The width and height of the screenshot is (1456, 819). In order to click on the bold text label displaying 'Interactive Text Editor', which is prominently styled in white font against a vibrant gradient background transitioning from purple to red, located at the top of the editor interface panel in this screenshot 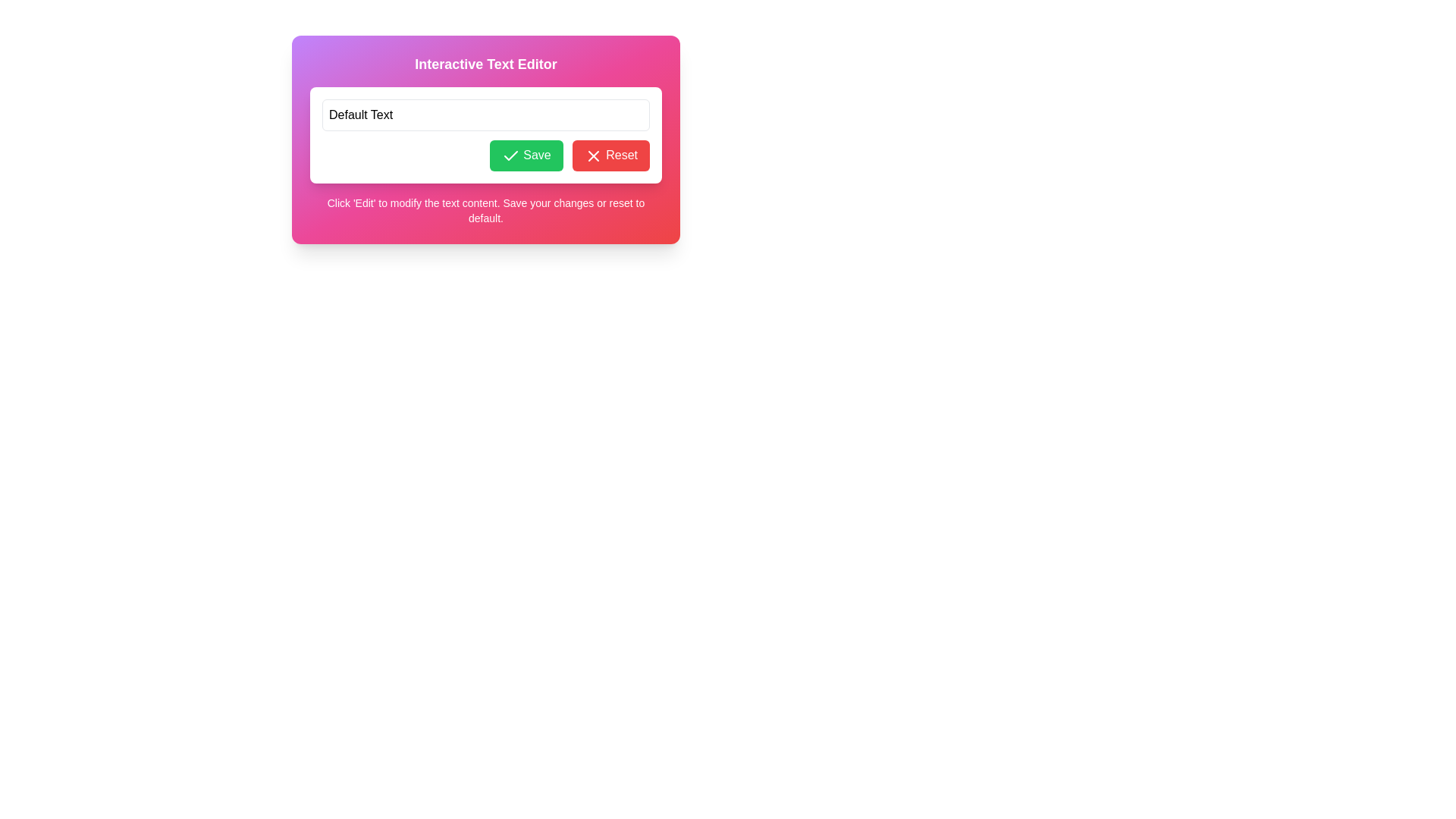, I will do `click(486, 63)`.